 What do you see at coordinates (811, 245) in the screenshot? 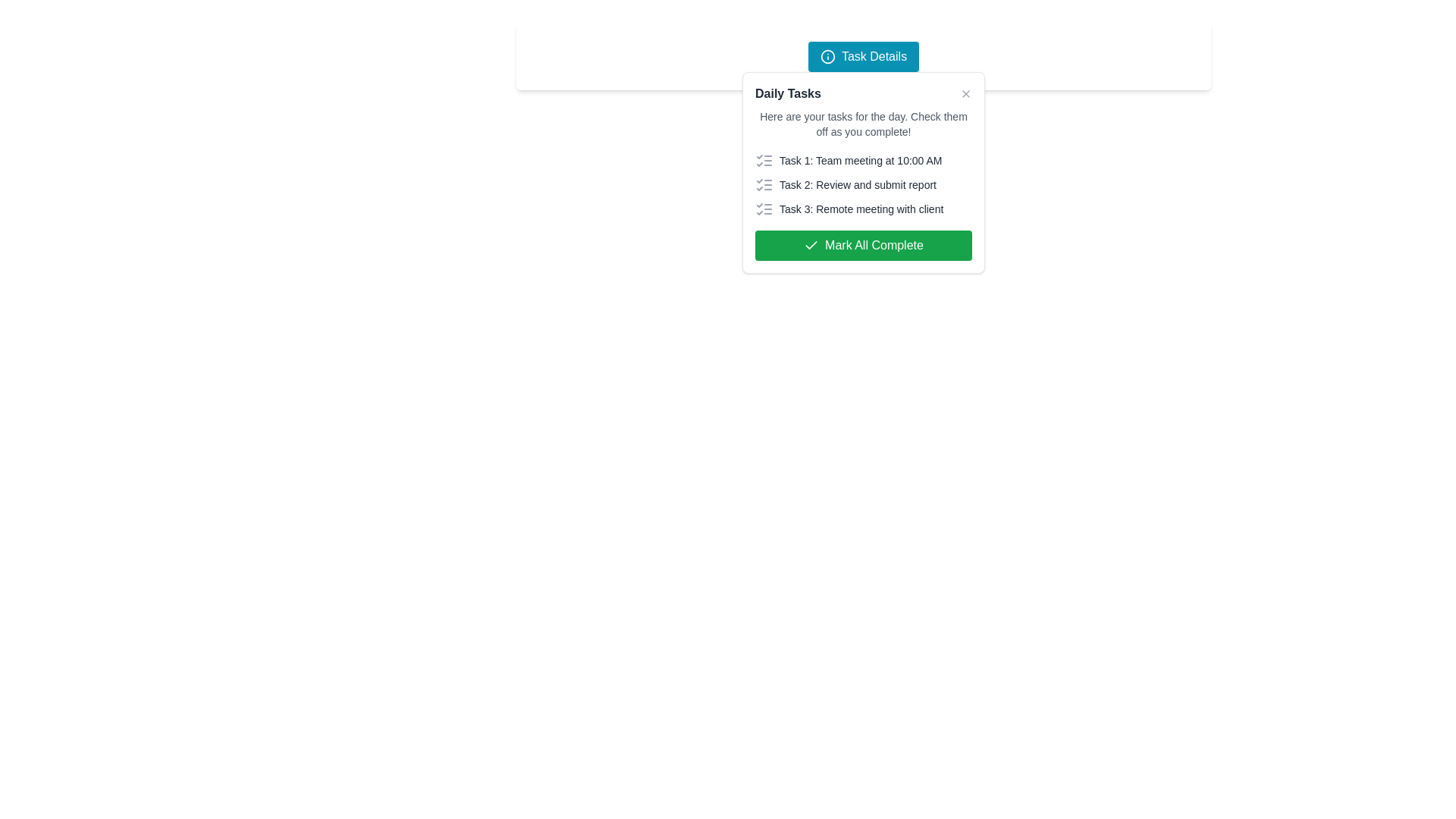
I see `the checkmark icon located inside the green 'Mark All Complete' button, which visually indicates the completion aspect of the button` at bounding box center [811, 245].